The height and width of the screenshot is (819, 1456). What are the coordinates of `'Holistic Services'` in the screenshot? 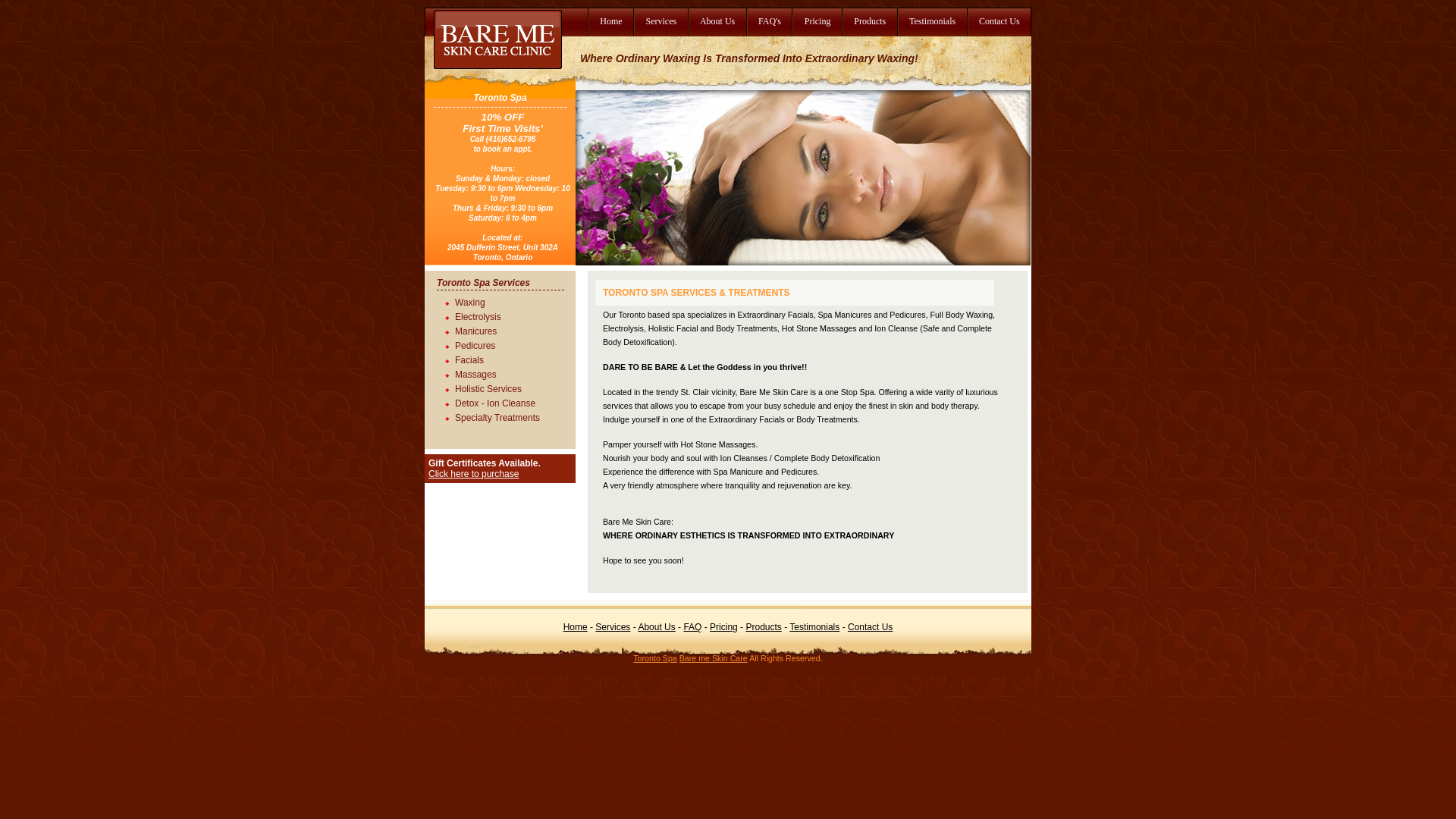 It's located at (454, 386).